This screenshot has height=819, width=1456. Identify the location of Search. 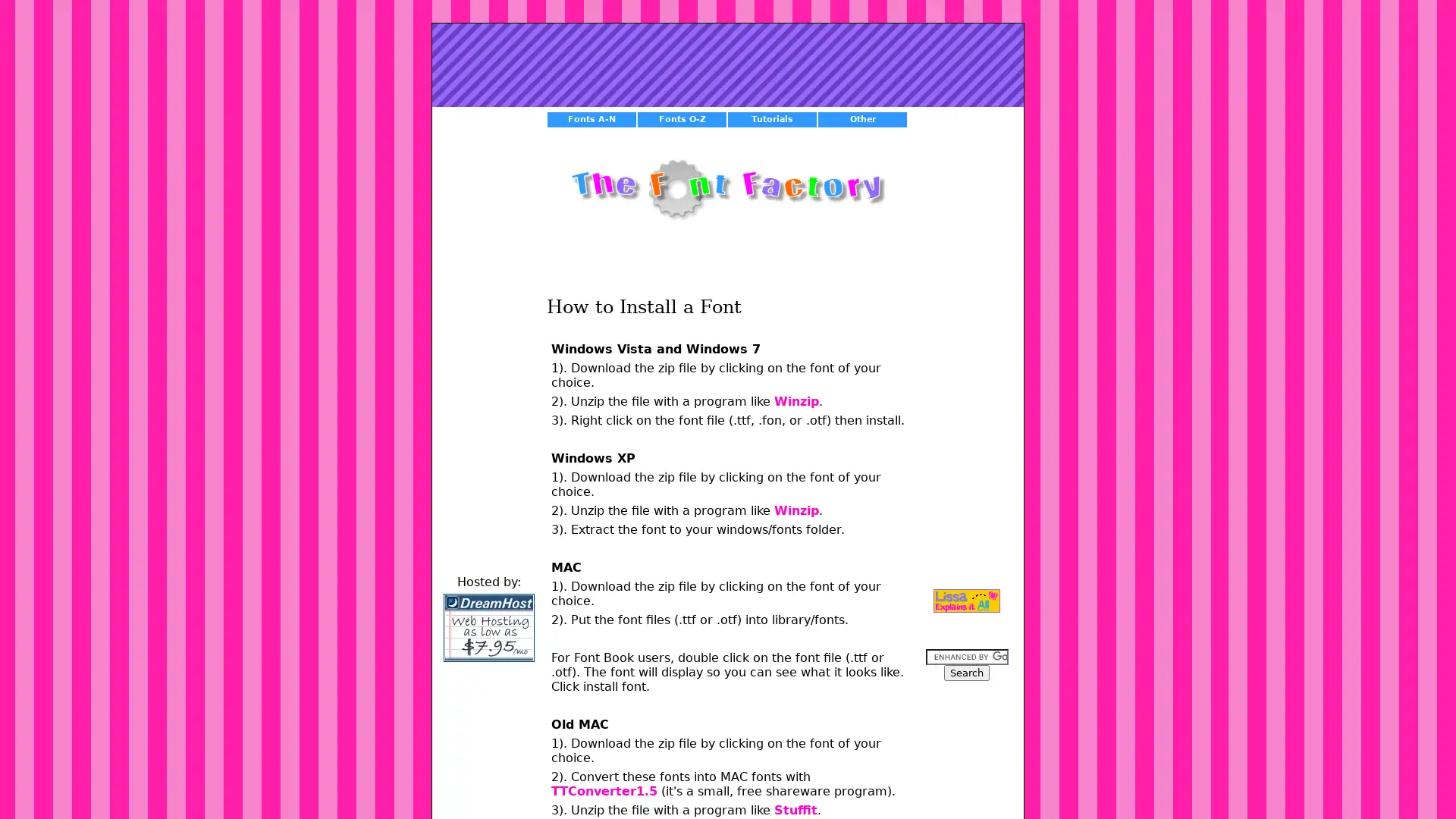
(966, 672).